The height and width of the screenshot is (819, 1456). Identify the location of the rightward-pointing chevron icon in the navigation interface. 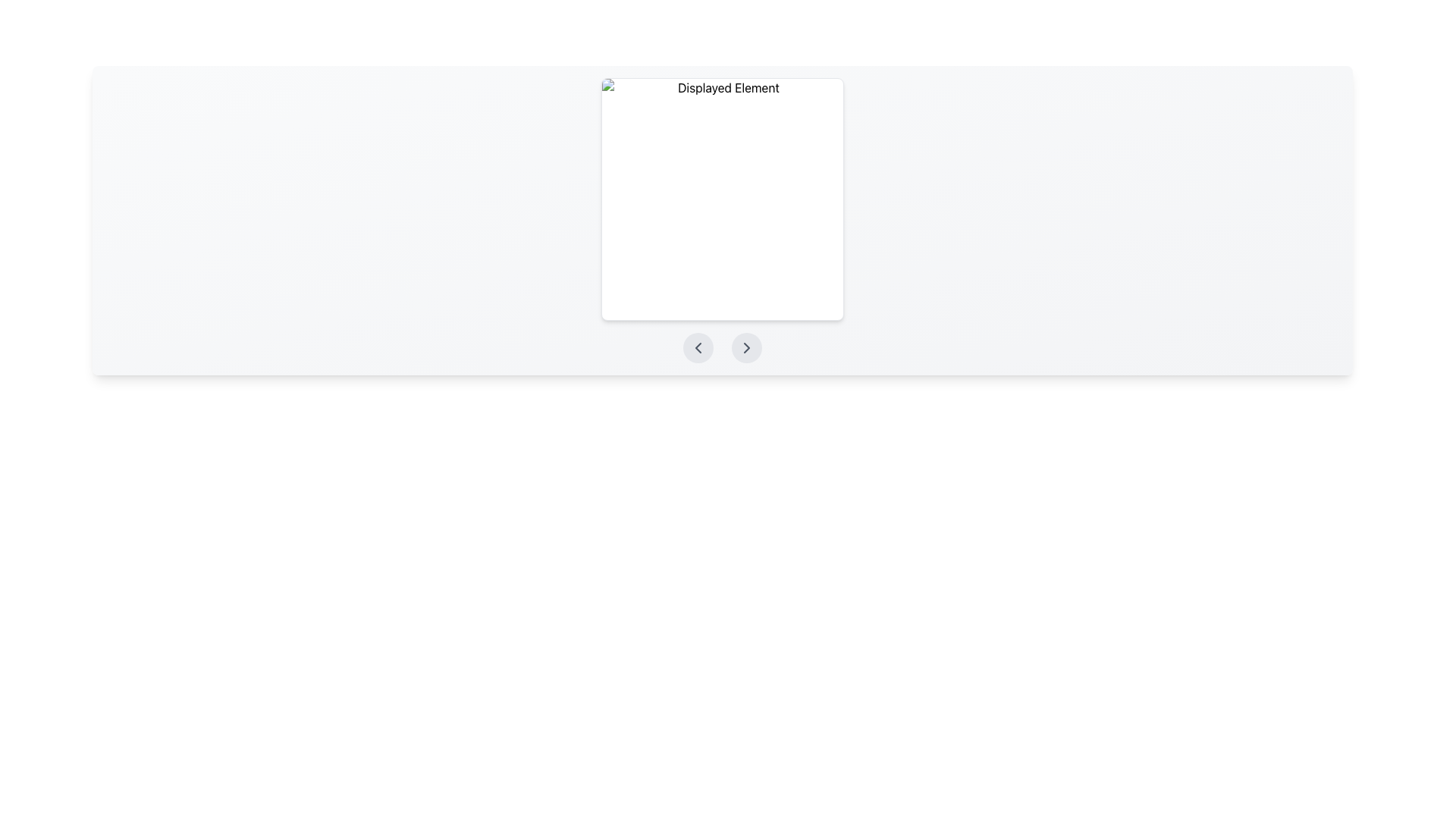
(746, 348).